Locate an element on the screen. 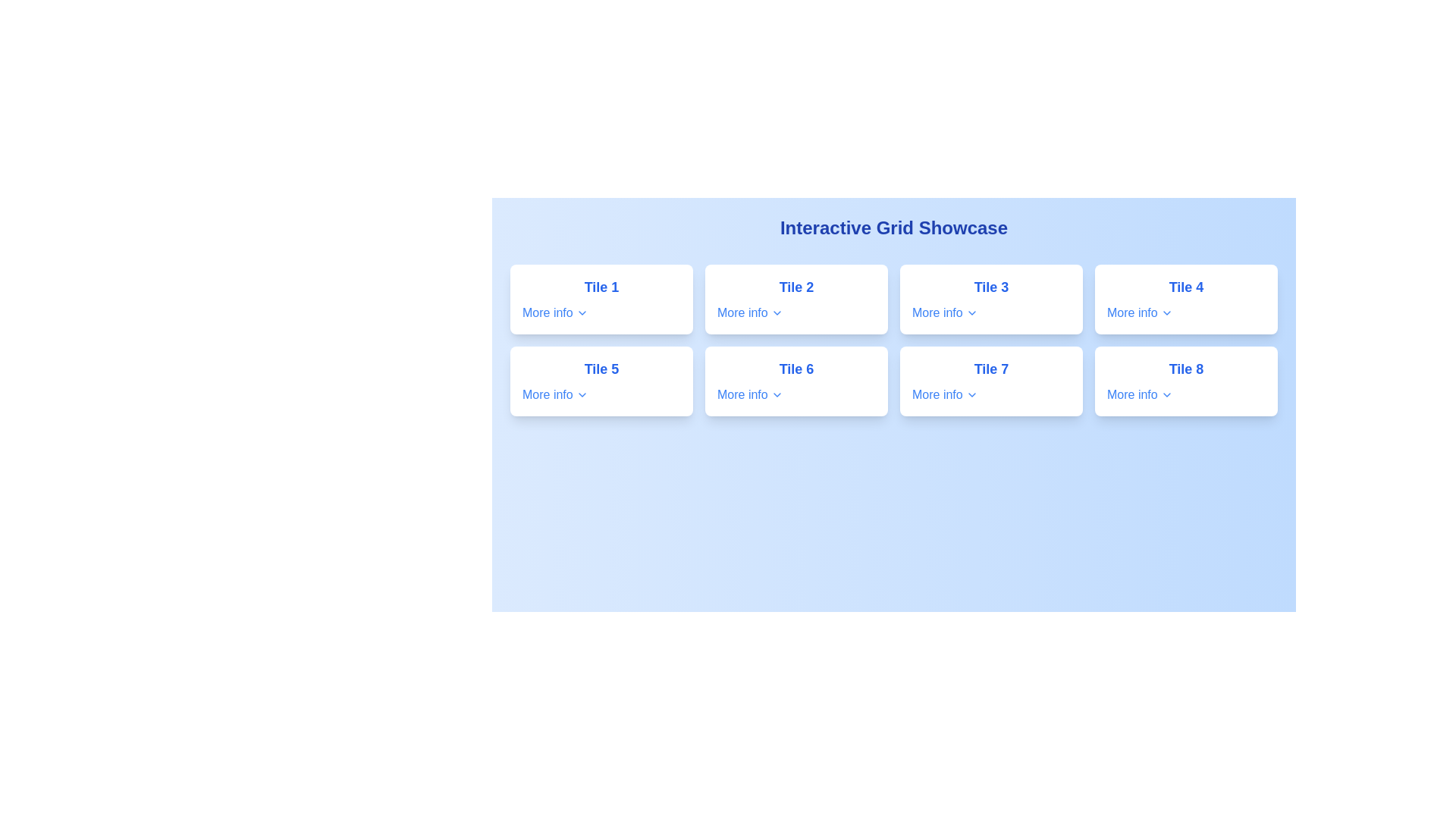  the interactive button located below the title 'Tile 8' in the bottom-right of the grid is located at coordinates (1140, 394).